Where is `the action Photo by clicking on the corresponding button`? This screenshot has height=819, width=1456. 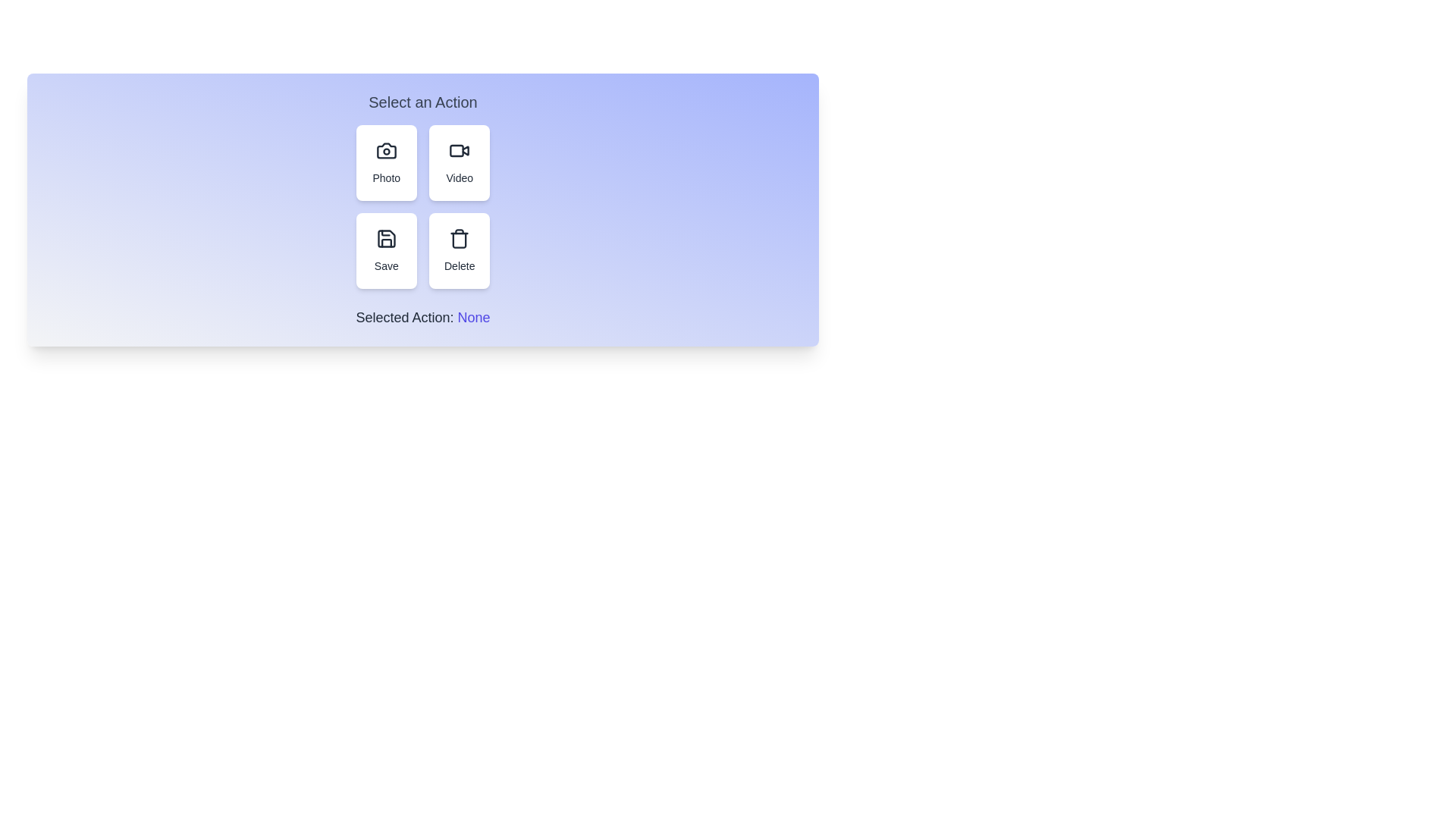 the action Photo by clicking on the corresponding button is located at coordinates (386, 163).